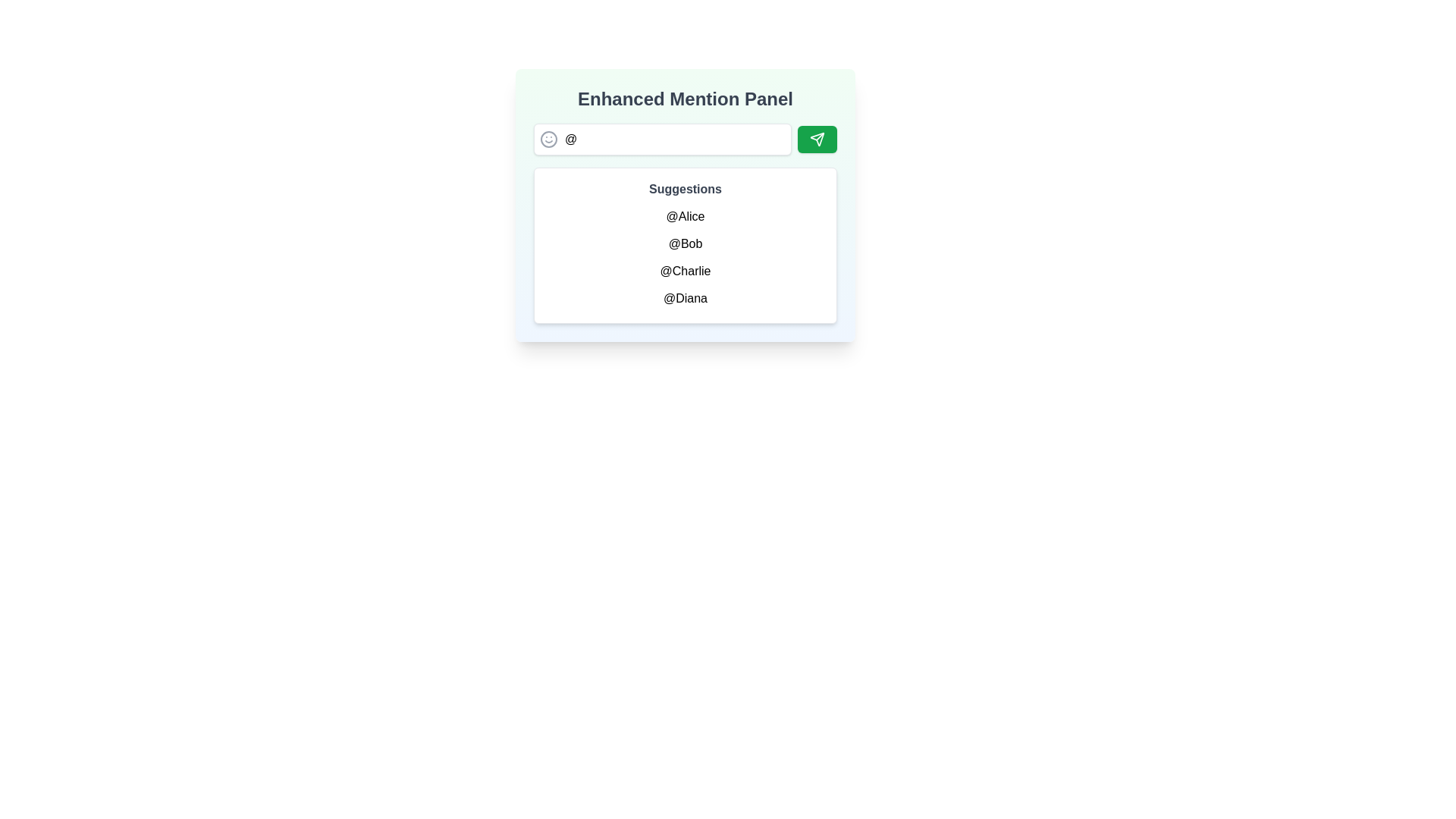 The image size is (1456, 819). What do you see at coordinates (684, 216) in the screenshot?
I see `the interactive list item styled as '@Alice'` at bounding box center [684, 216].